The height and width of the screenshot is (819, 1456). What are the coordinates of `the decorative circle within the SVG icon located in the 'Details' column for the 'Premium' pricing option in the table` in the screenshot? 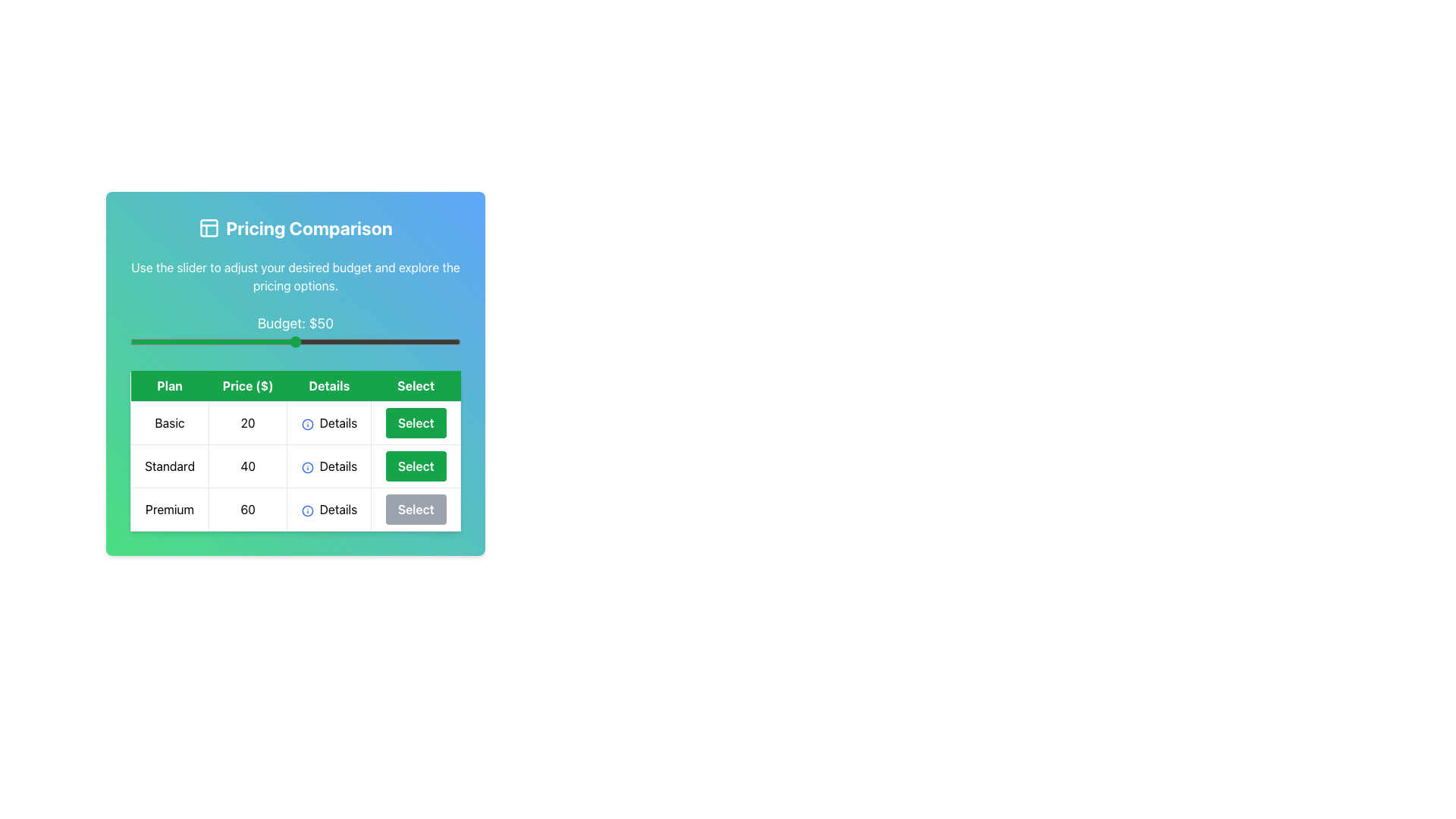 It's located at (306, 510).